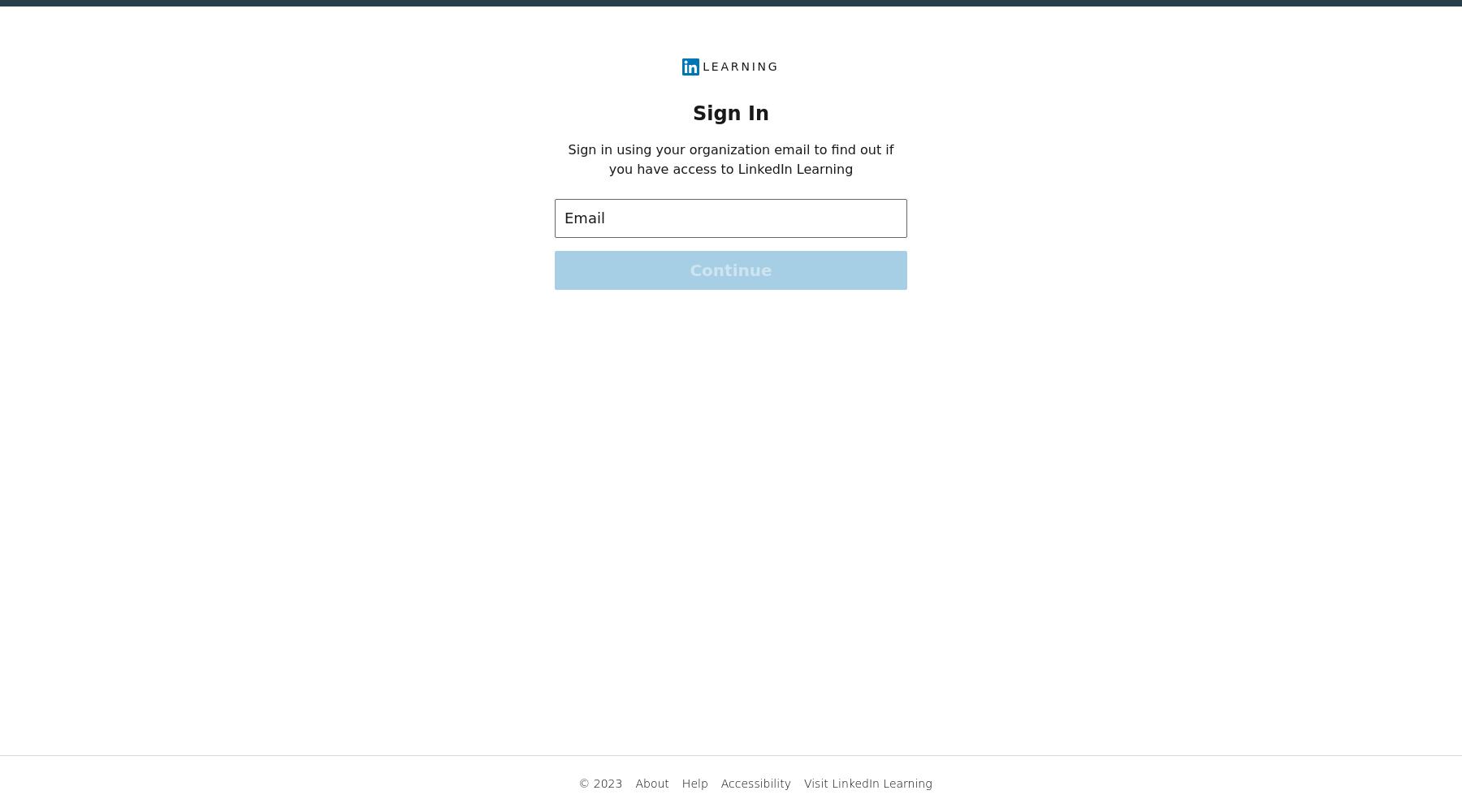 The height and width of the screenshot is (812, 1462). I want to click on '© 2023', so click(599, 783).